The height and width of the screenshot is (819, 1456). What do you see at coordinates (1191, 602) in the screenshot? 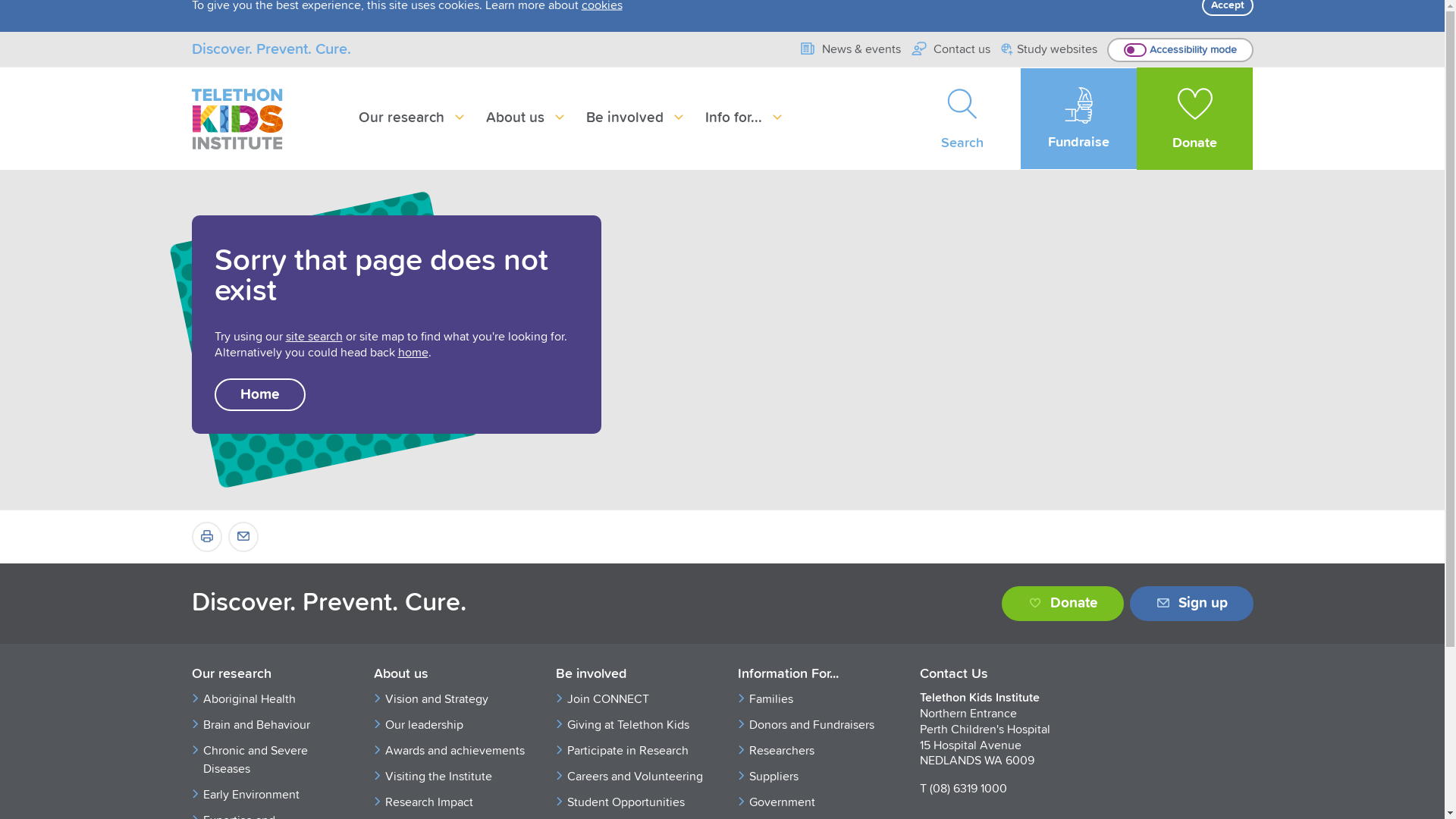
I see `'Sign up'` at bounding box center [1191, 602].